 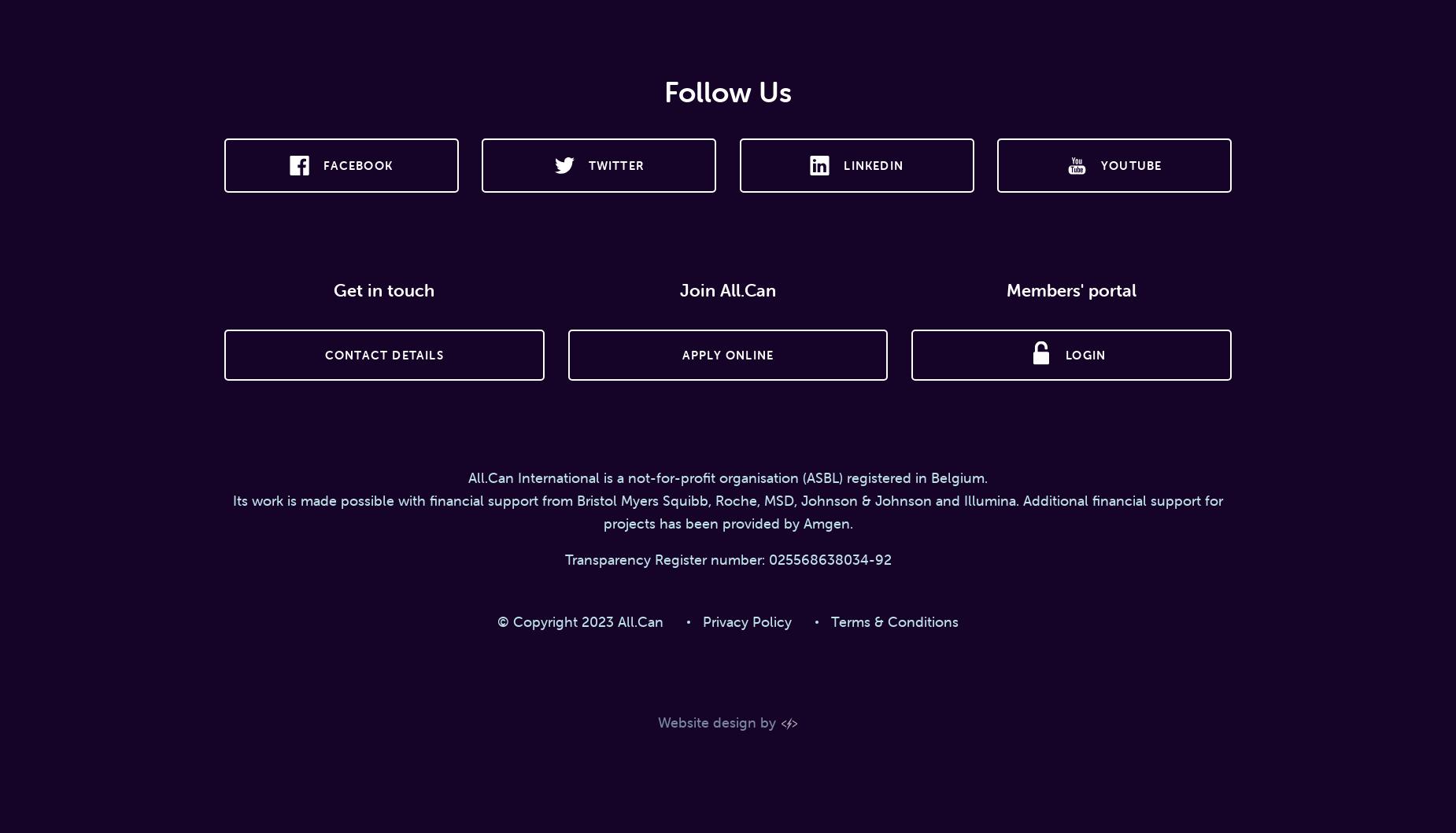 What do you see at coordinates (746, 621) in the screenshot?
I see `'Privacy Policy'` at bounding box center [746, 621].